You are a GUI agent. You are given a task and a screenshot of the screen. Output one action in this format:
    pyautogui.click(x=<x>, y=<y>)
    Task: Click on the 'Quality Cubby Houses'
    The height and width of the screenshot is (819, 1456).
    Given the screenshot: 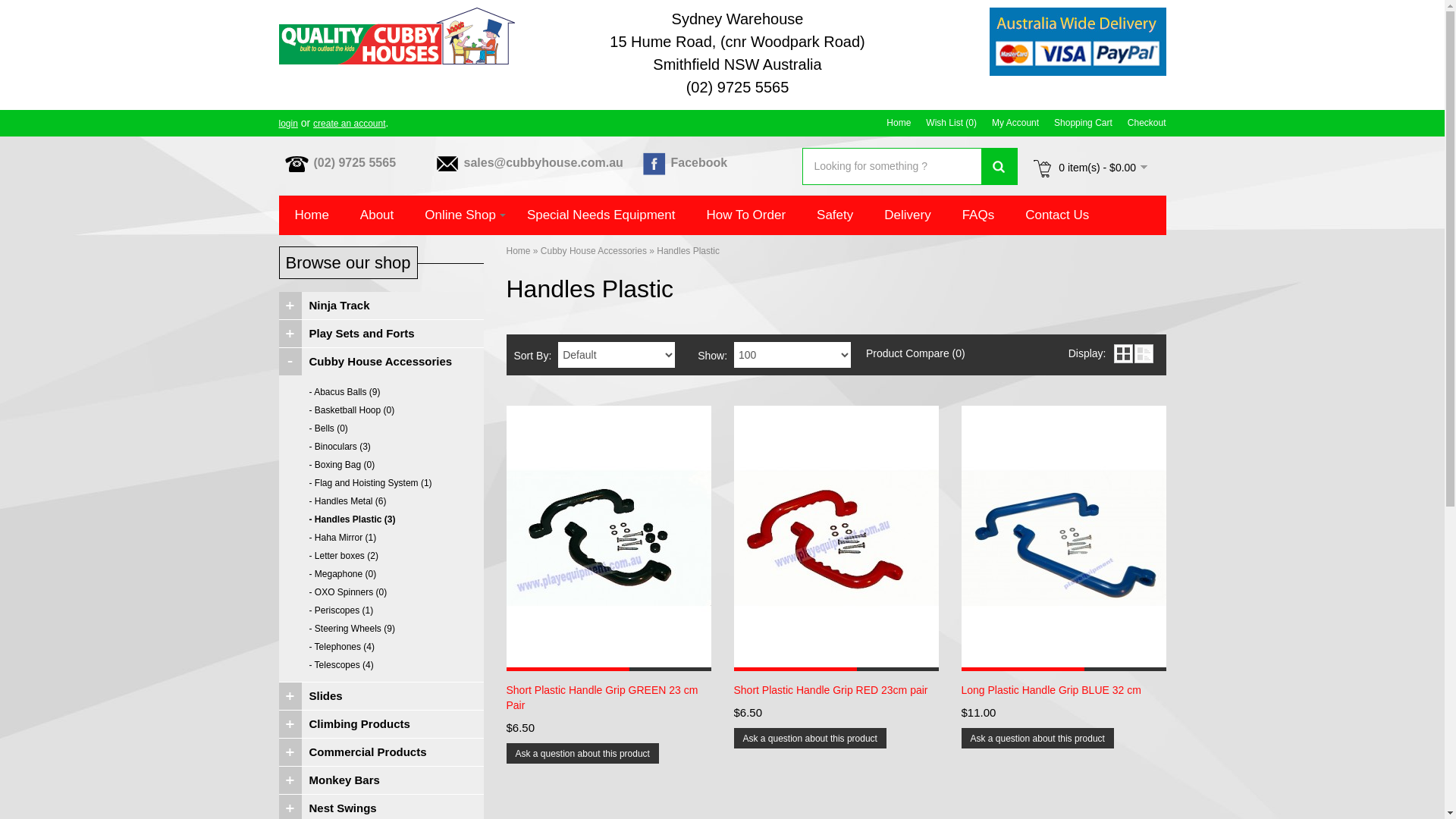 What is the action you would take?
    pyautogui.click(x=397, y=35)
    